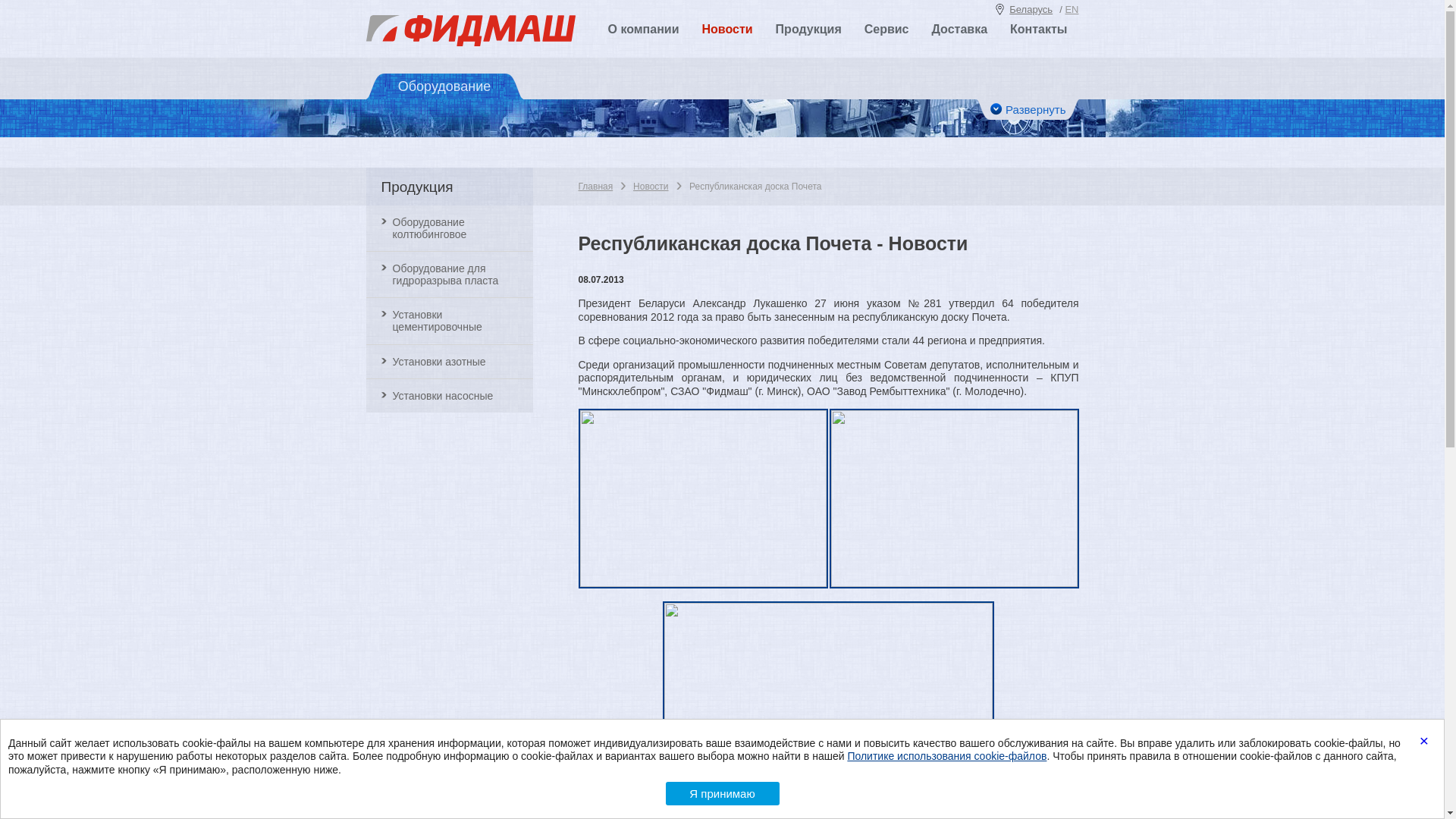 Image resolution: width=1456 pixels, height=819 pixels. What do you see at coordinates (469, 42) in the screenshot?
I see `'Fidmash'` at bounding box center [469, 42].